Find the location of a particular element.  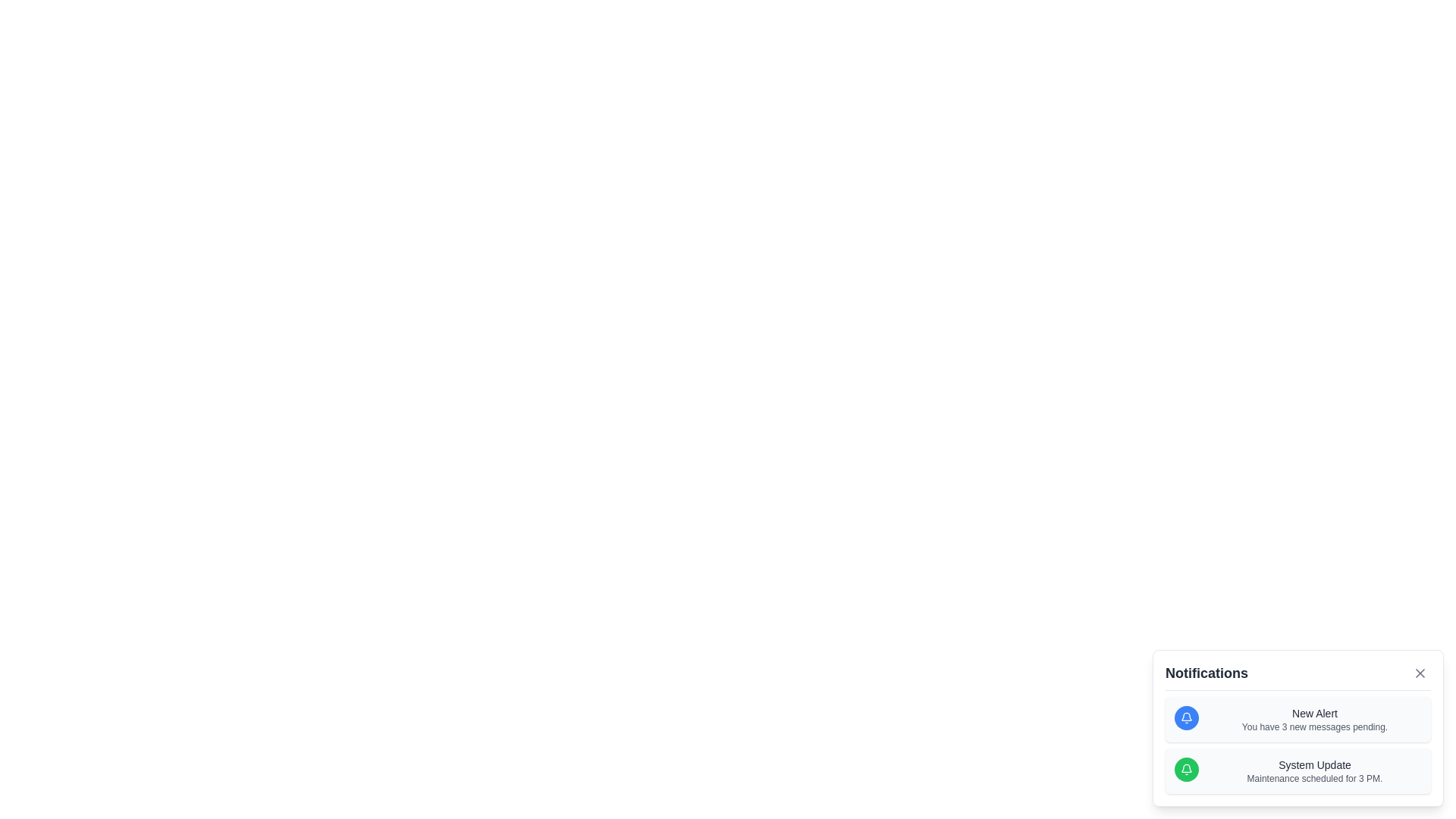

the circular blue notification icon with a white bell symbol, located in the upper-left corner of the 'New Alert' notification card is located at coordinates (1185, 717).